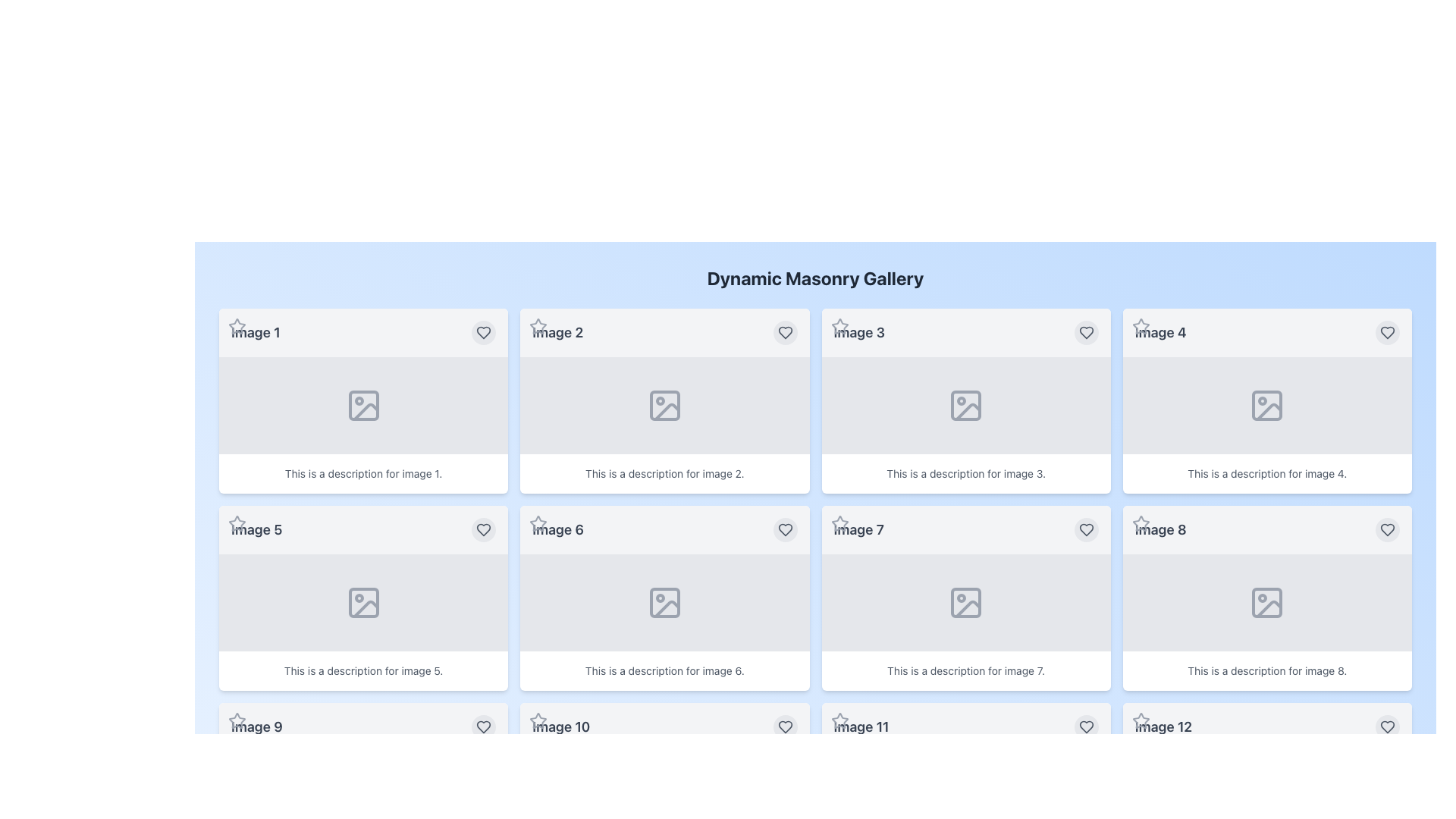 This screenshot has width=1456, height=819. I want to click on the section, so click(814, 278).